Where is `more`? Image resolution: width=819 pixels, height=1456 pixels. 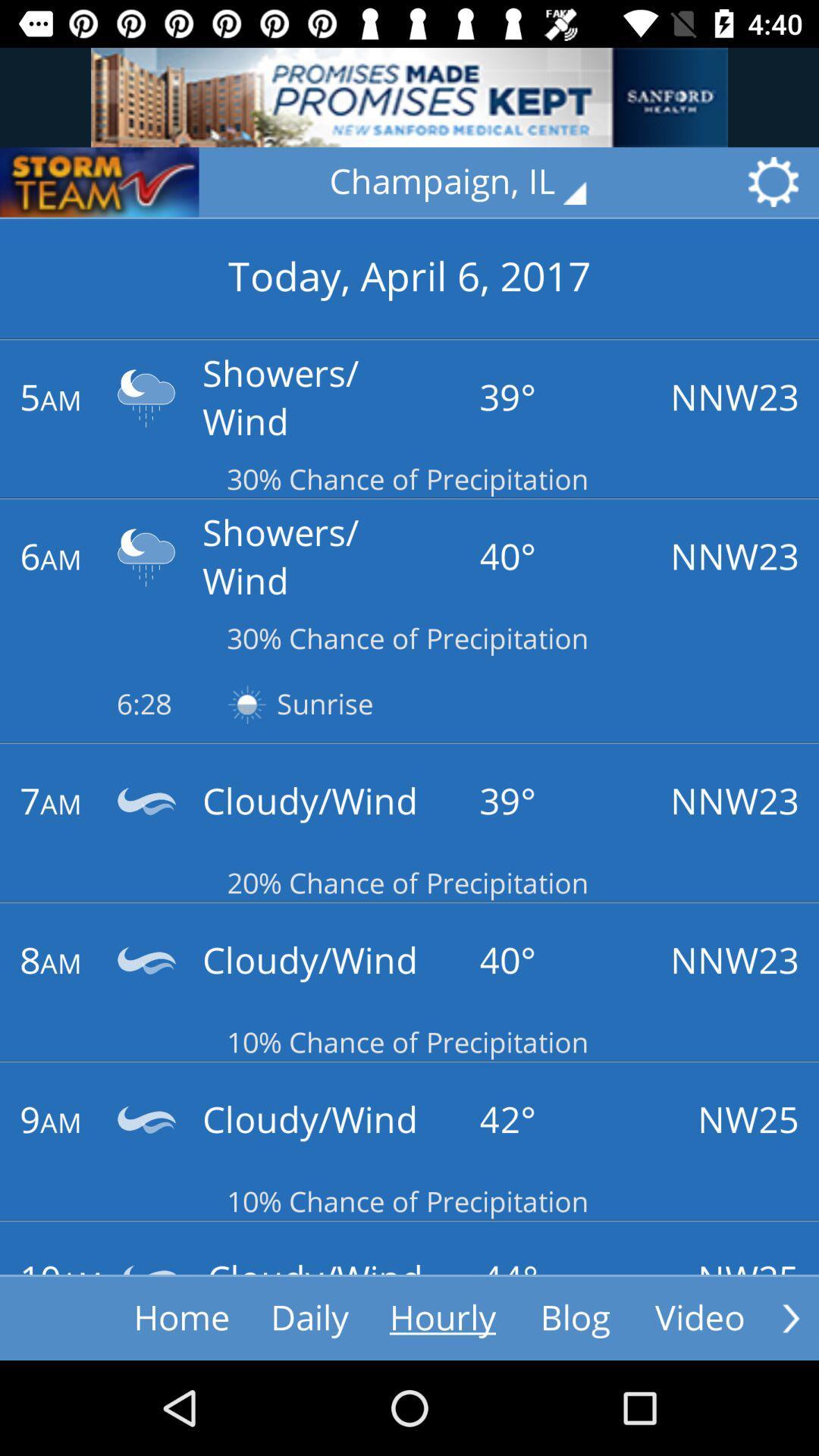 more is located at coordinates (790, 1317).